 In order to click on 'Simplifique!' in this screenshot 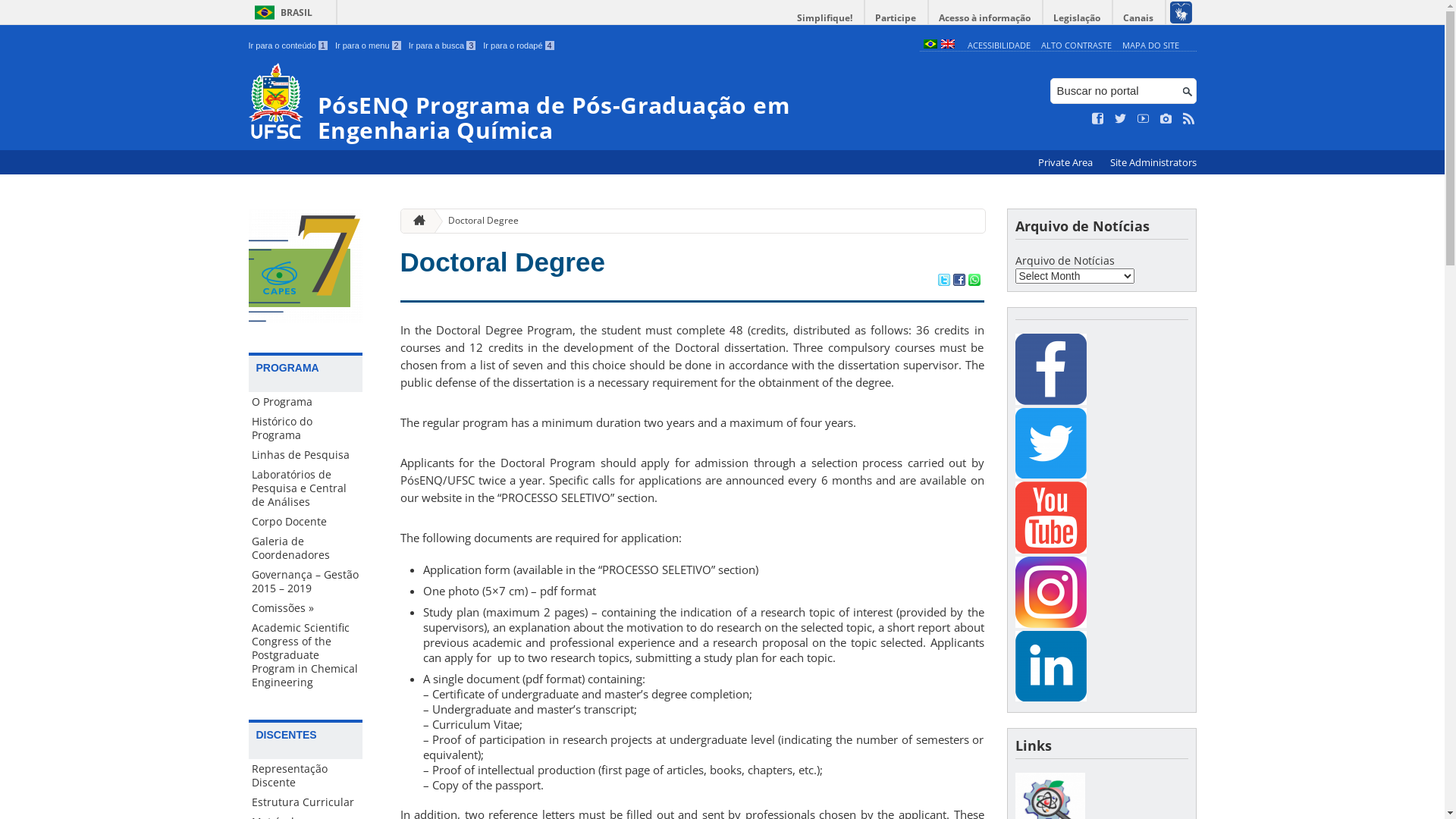, I will do `click(824, 17)`.